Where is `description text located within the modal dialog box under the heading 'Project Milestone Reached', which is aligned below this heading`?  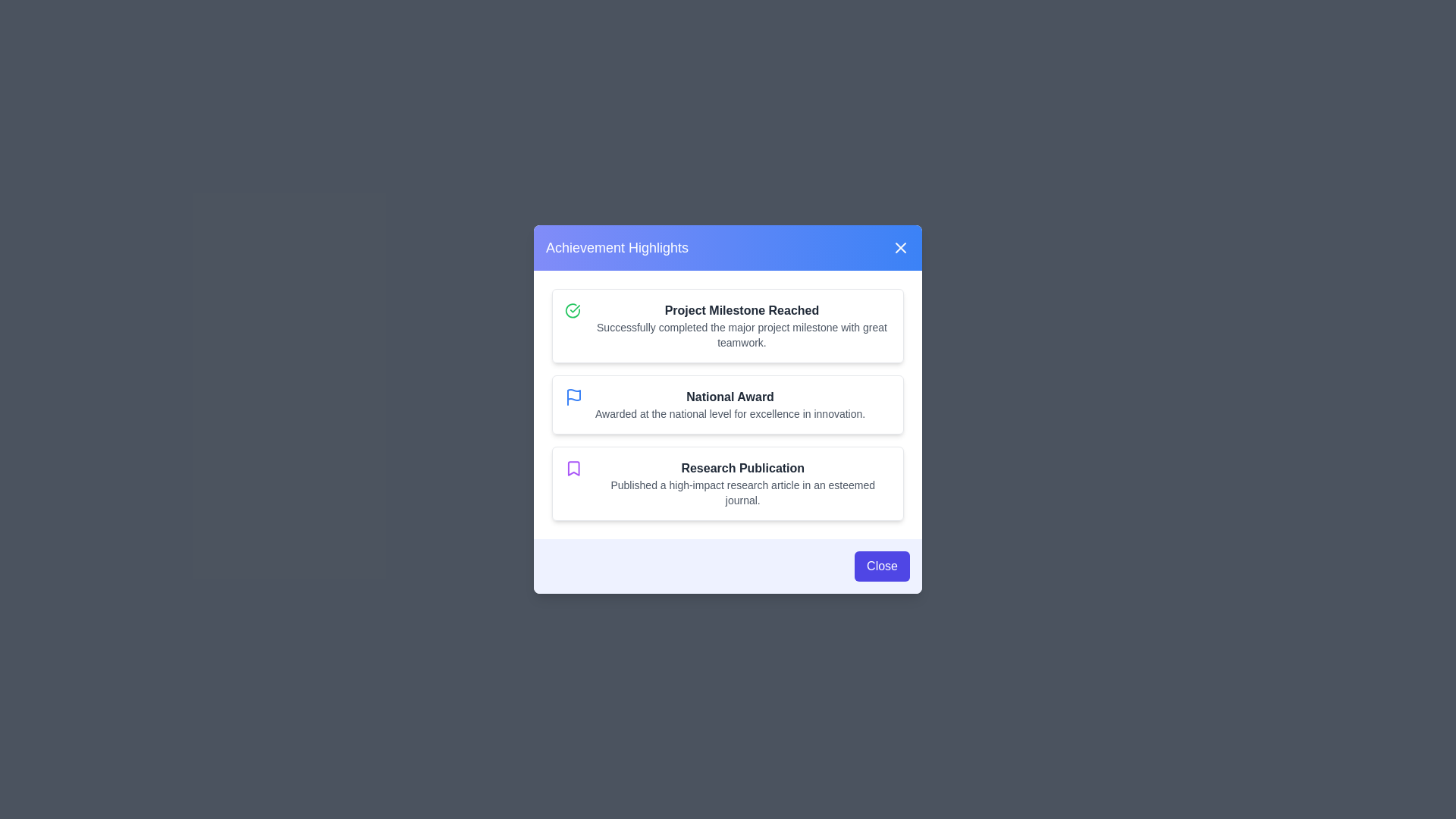 description text located within the modal dialog box under the heading 'Project Milestone Reached', which is aligned below this heading is located at coordinates (742, 334).